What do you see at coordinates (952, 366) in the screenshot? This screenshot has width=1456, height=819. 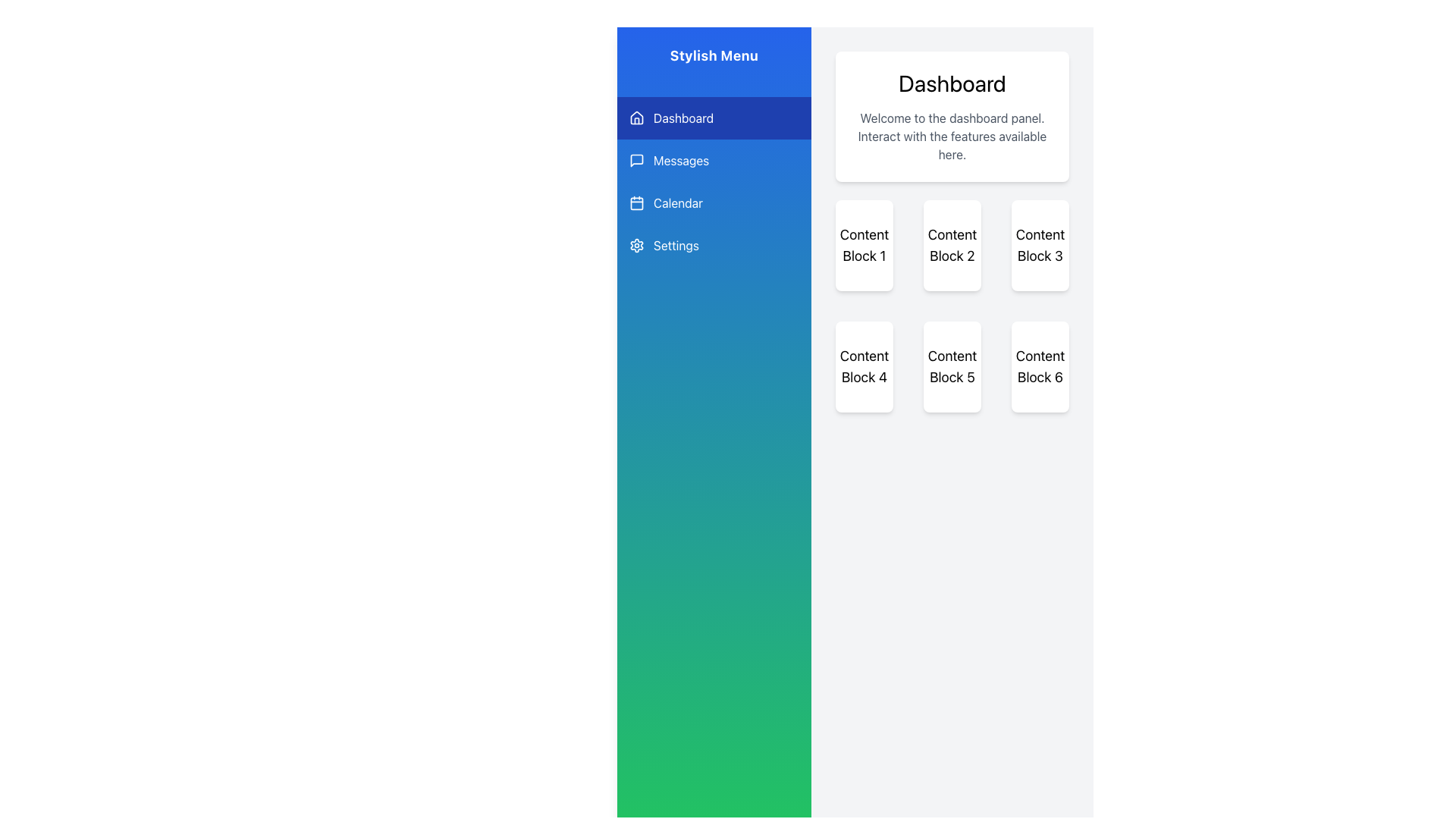 I see `the static label displaying the text 'Content Block 5', which is located in the second row and second column of a grid layout` at bounding box center [952, 366].